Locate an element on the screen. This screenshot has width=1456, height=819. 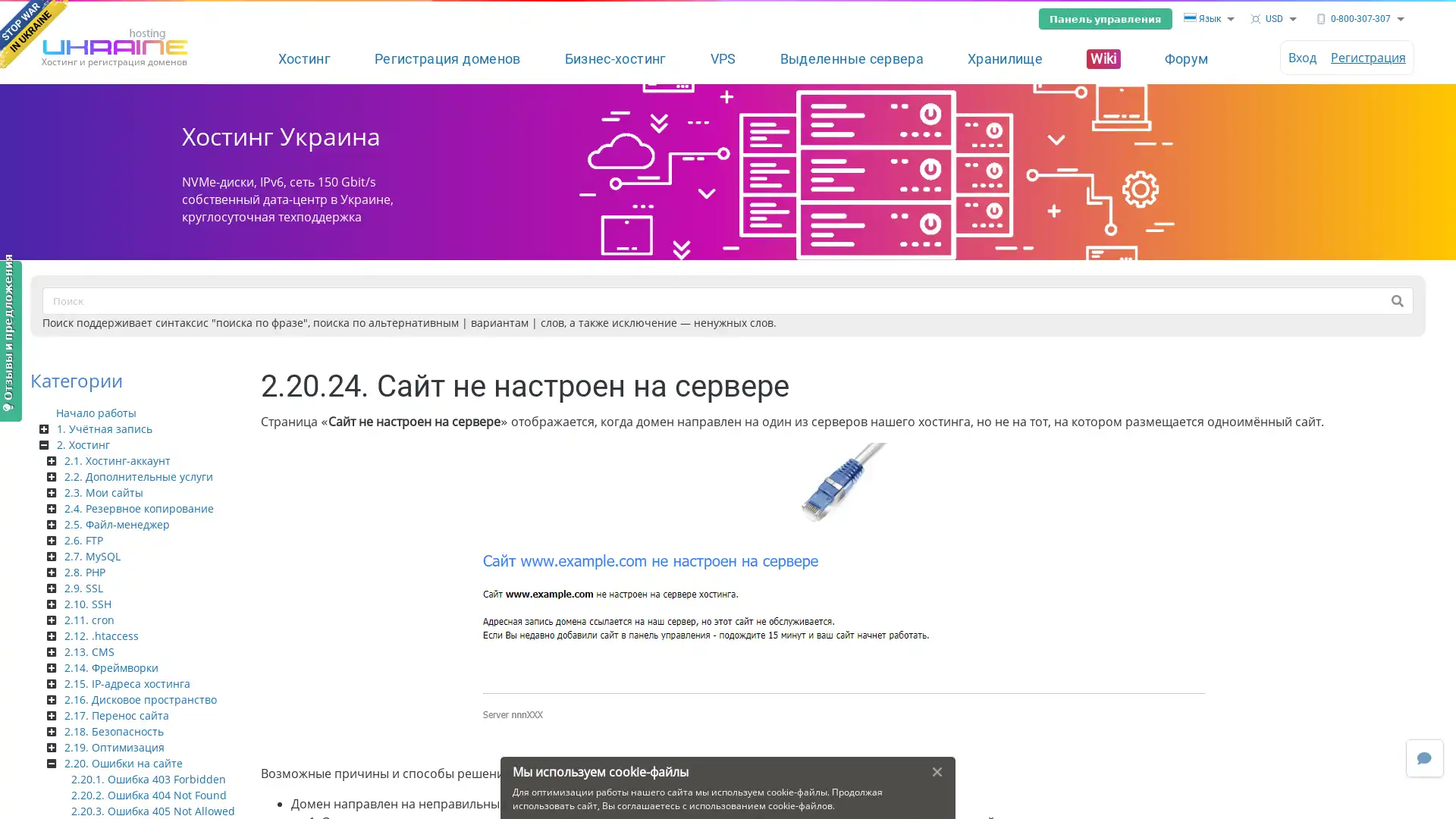
0-800-307-307 is located at coordinates (1360, 18).